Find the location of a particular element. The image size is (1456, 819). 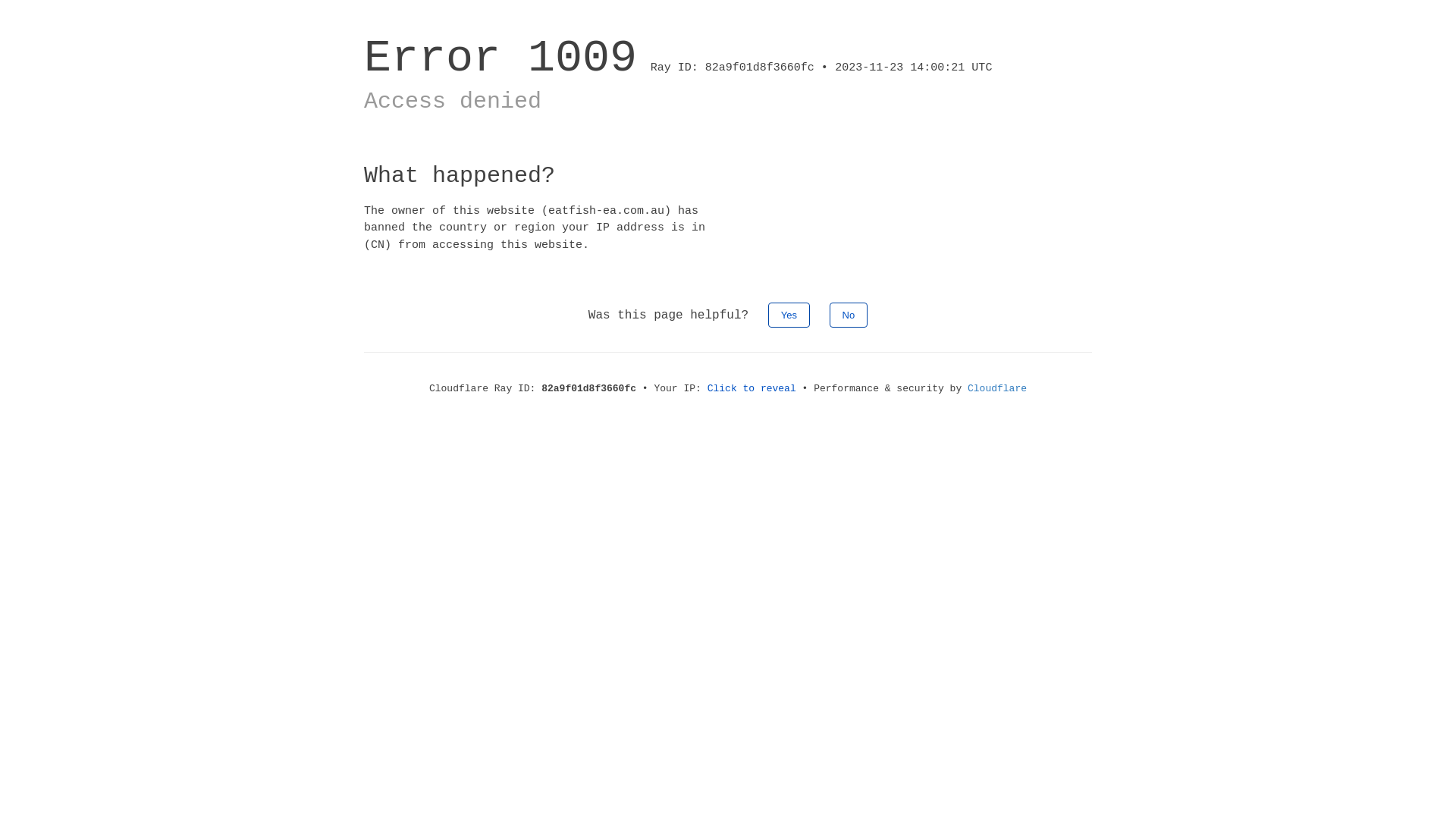

'Click to reveal' is located at coordinates (752, 388).